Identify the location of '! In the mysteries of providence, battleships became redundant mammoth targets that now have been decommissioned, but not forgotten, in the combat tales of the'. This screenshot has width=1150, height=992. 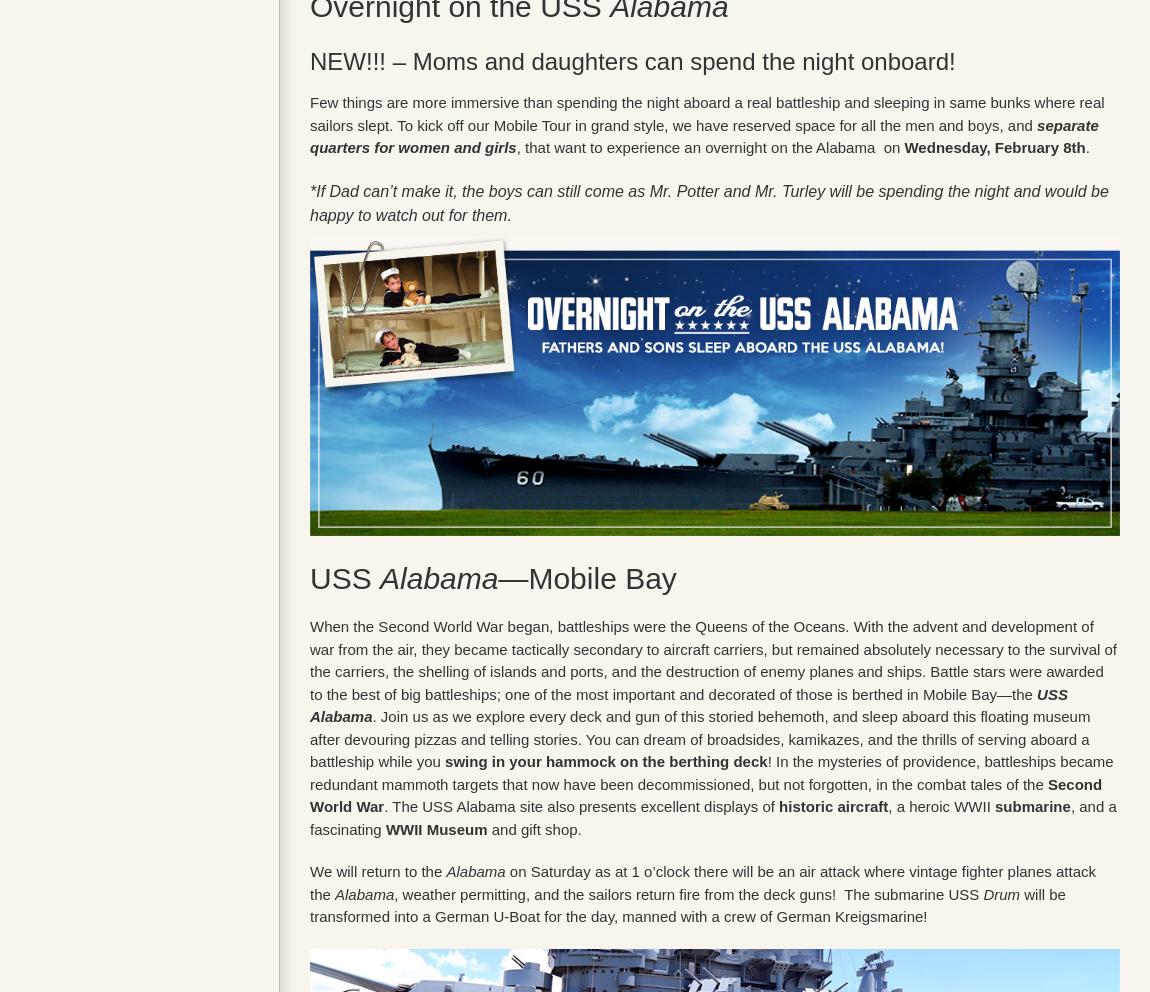
(710, 771).